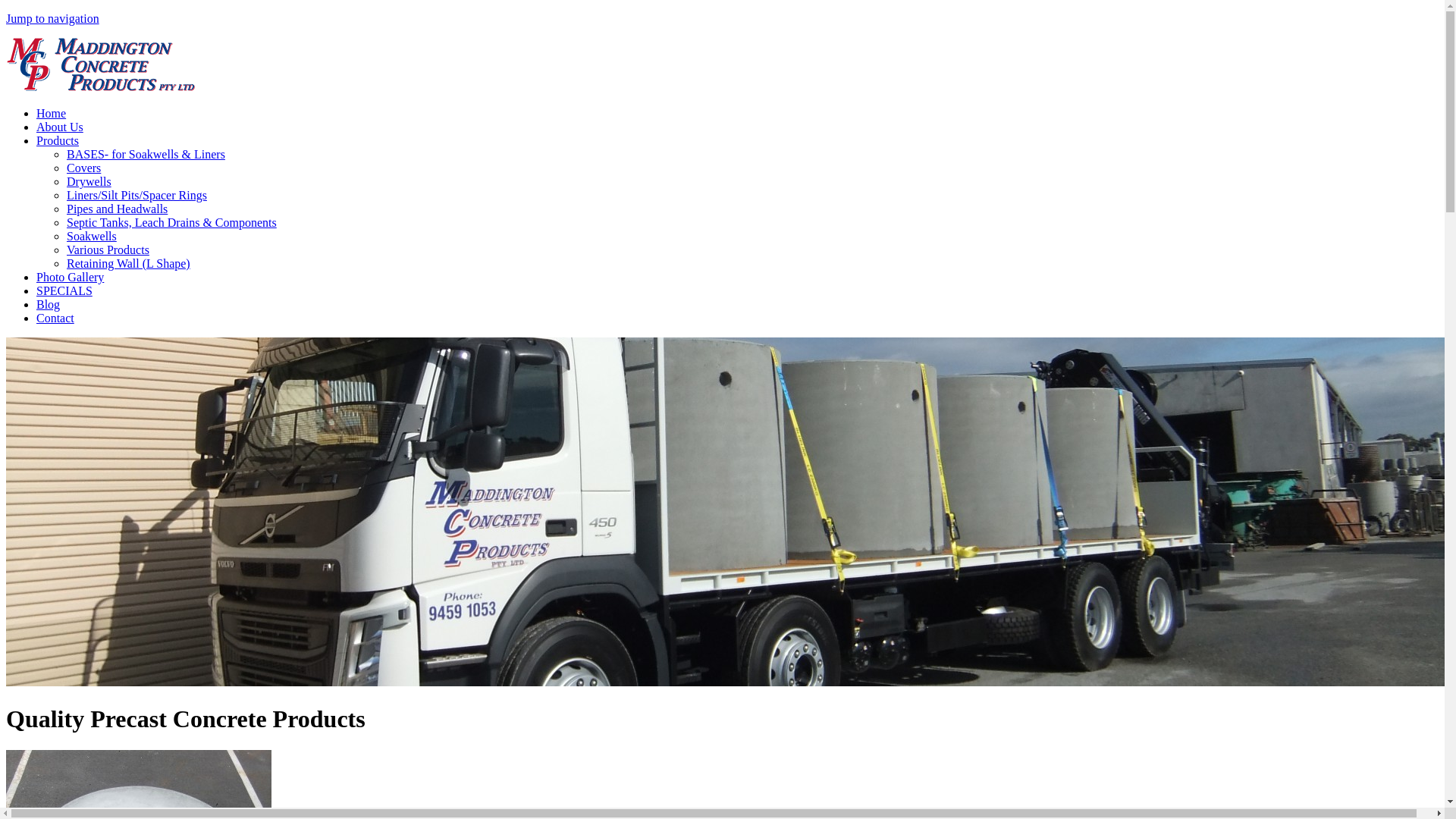 The image size is (1456, 819). I want to click on 'Jump to navigation', so click(52, 18).